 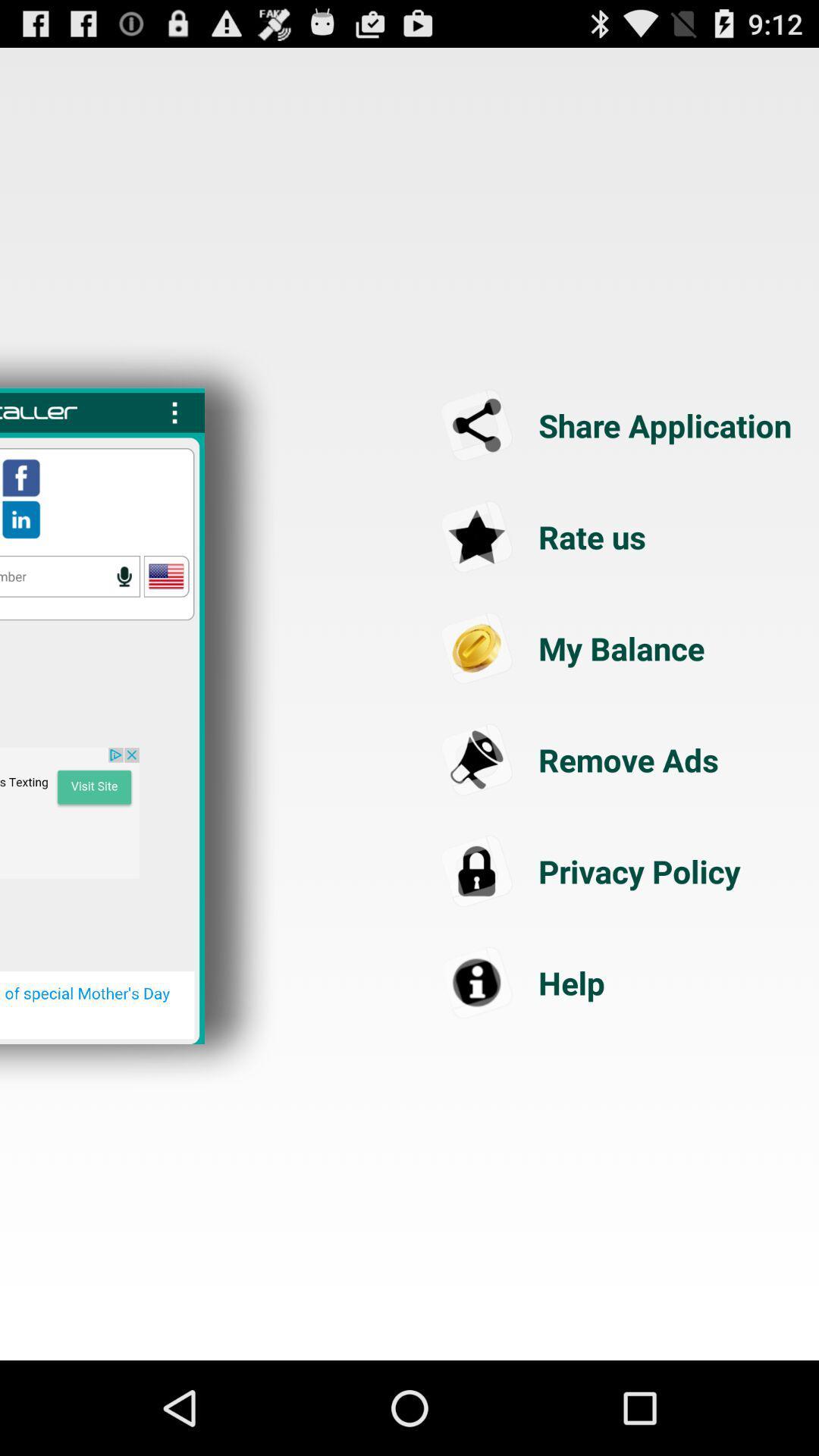 I want to click on open facebook, so click(x=21, y=477).